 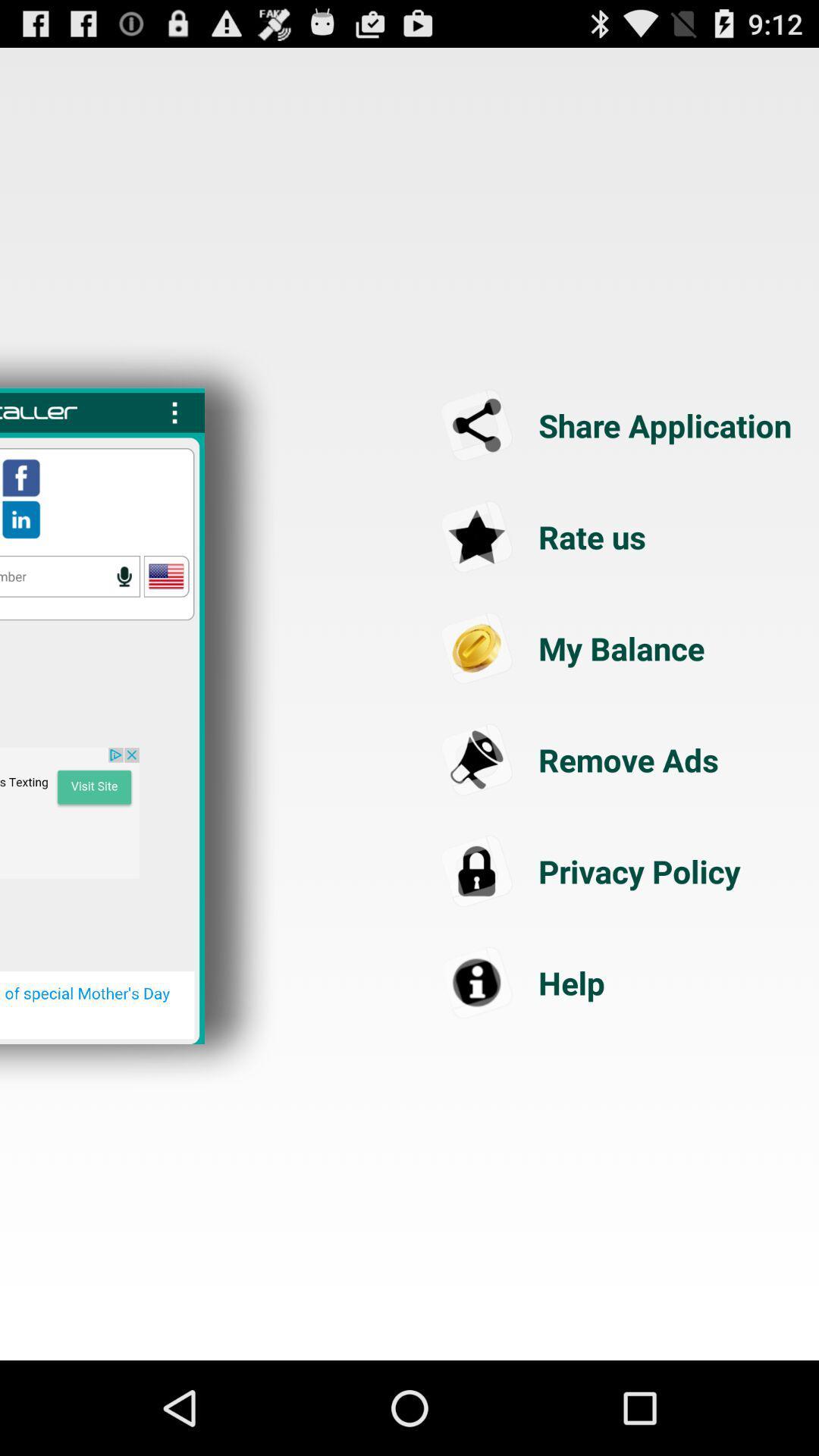 I want to click on open facebook, so click(x=21, y=477).